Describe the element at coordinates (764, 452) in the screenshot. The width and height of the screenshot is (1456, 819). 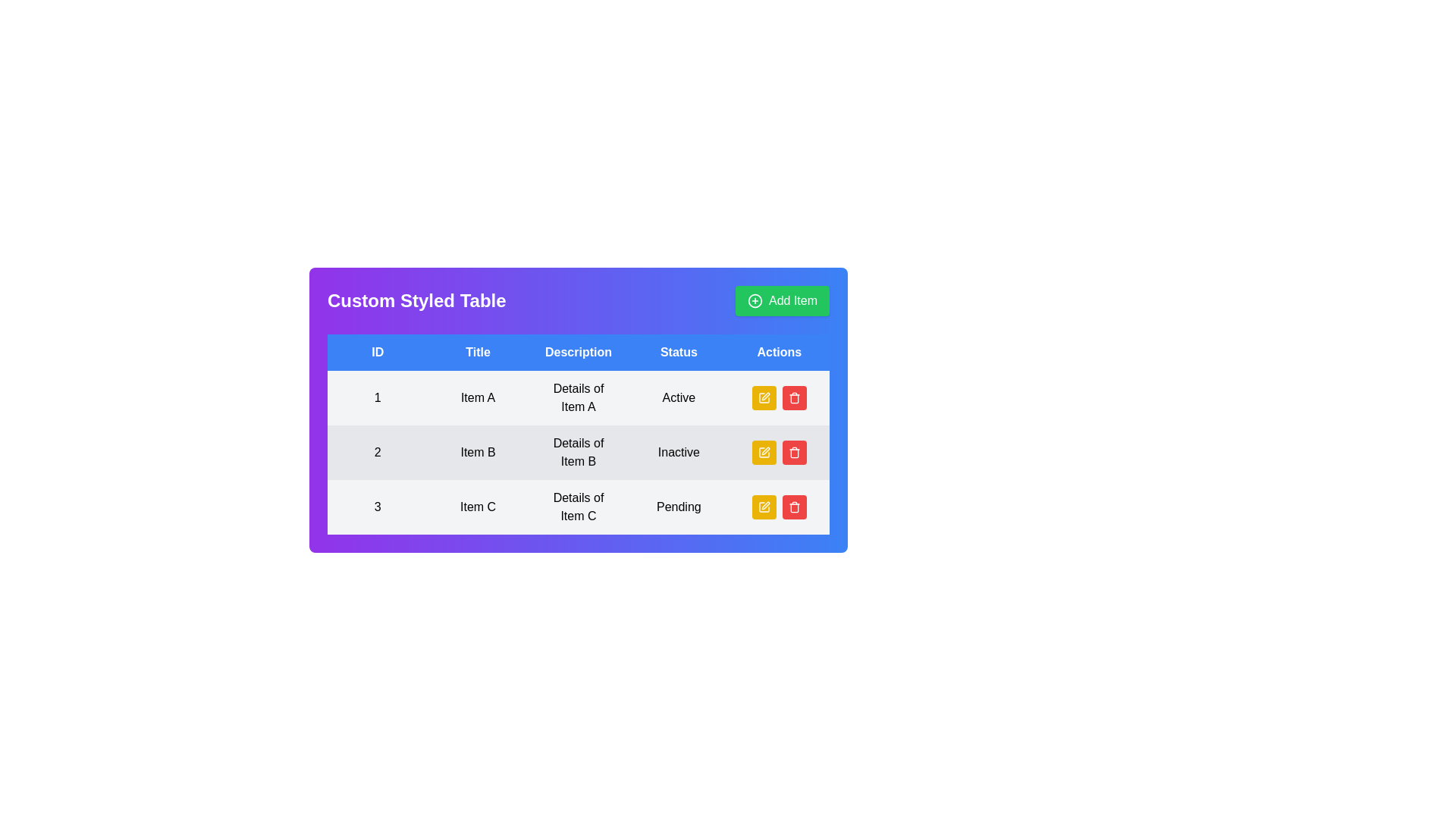
I see `the rectangular yellow button with a white pencil icon in the 'Actions' column for the second row associated with 'Item B' to observe any hover effects` at that location.